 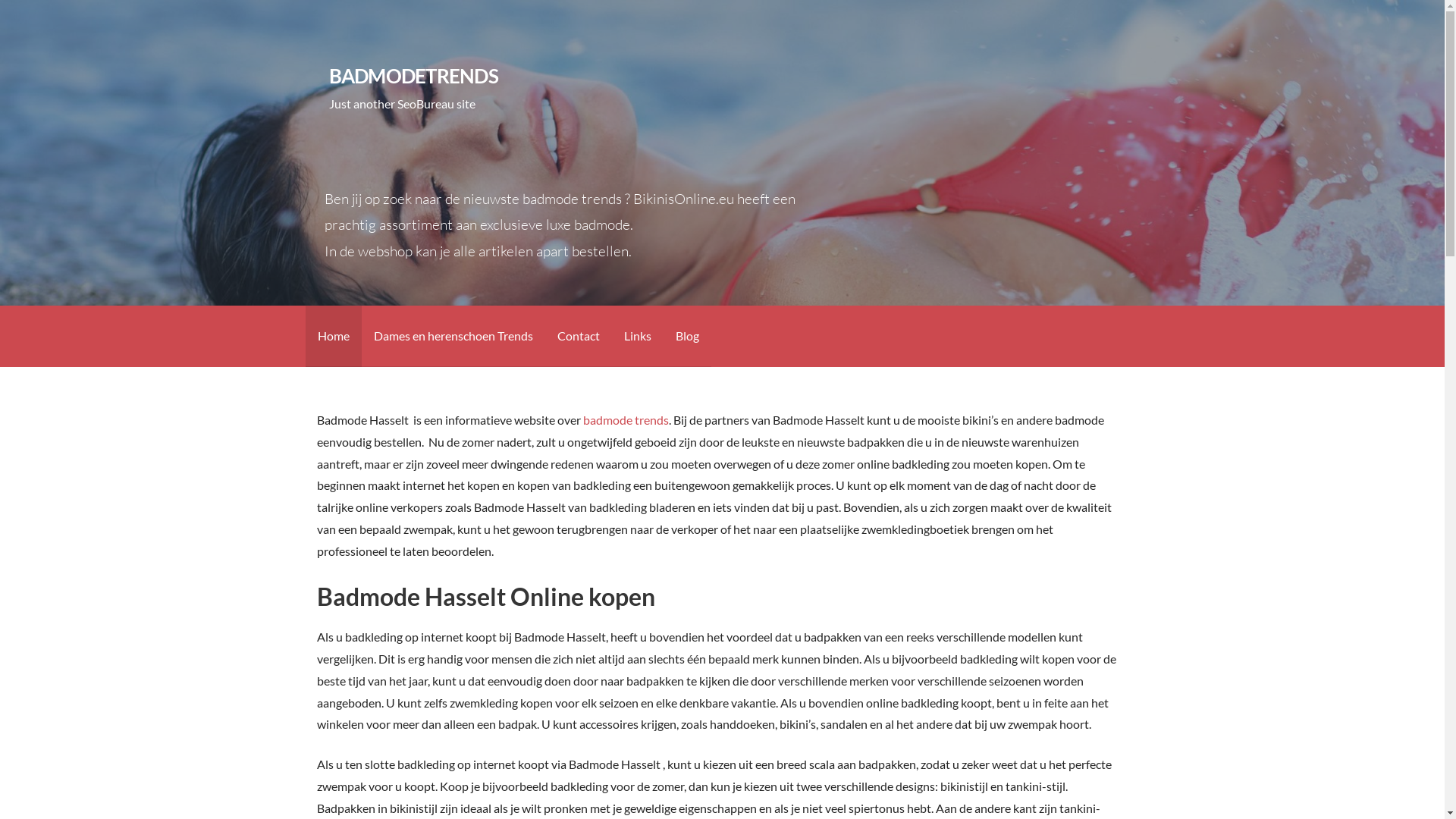 I want to click on 'BADMODETRENDS', so click(x=413, y=76).